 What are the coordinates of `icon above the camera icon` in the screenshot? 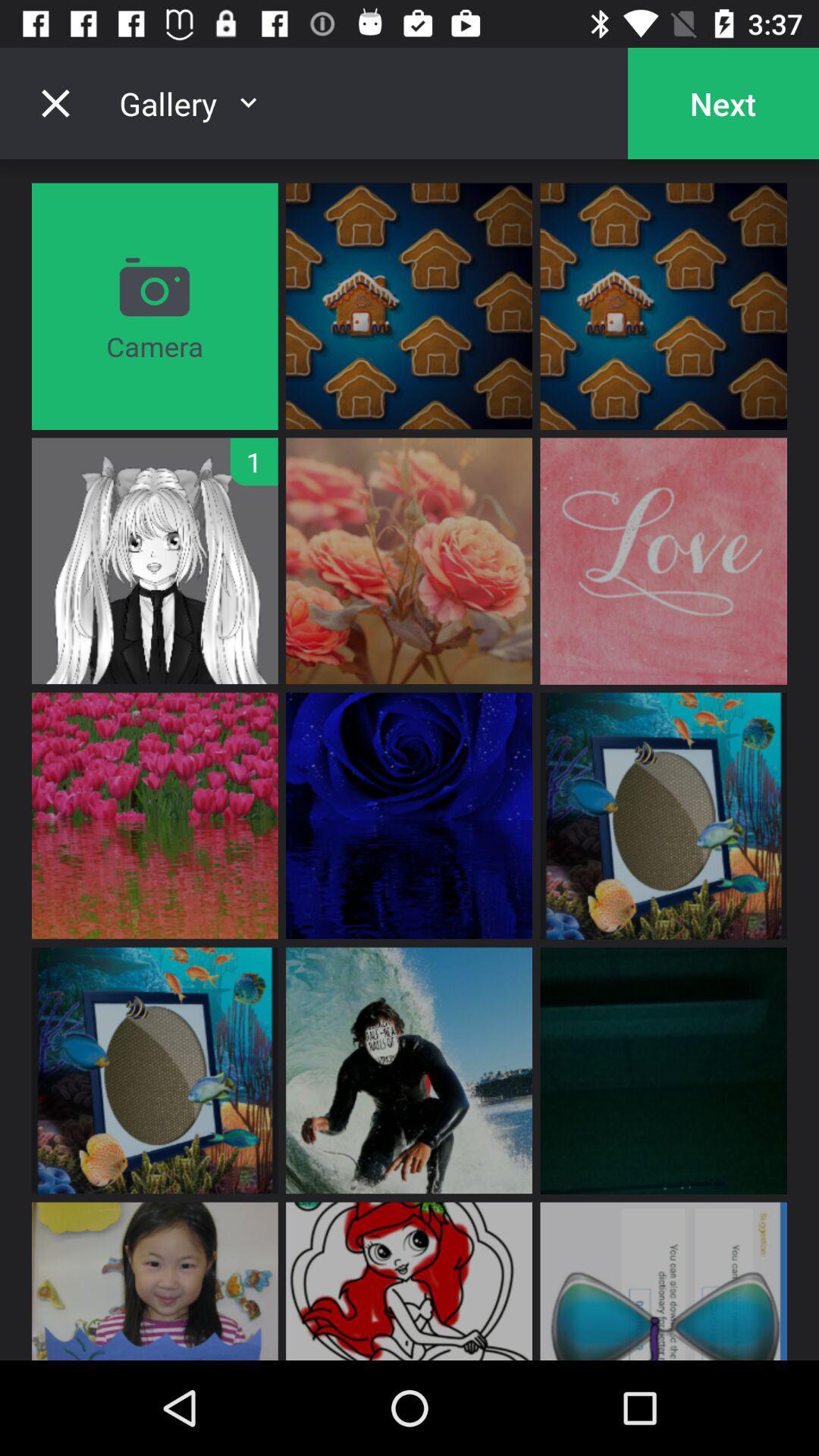 It's located at (55, 102).